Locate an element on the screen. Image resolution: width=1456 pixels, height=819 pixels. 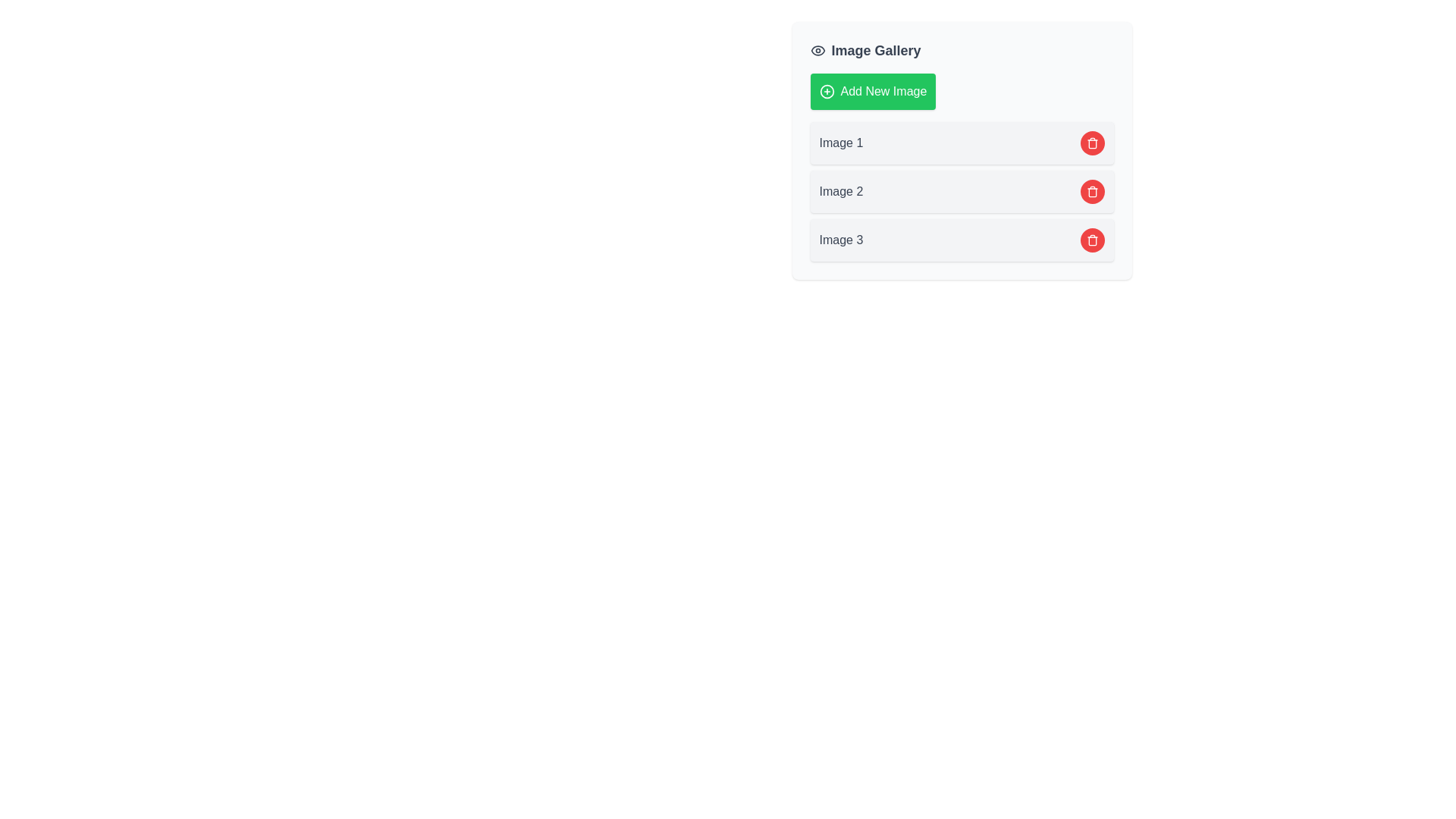
the circular red button with a white trash can icon, located to the right of the text 'Image 3' is located at coordinates (1092, 239).